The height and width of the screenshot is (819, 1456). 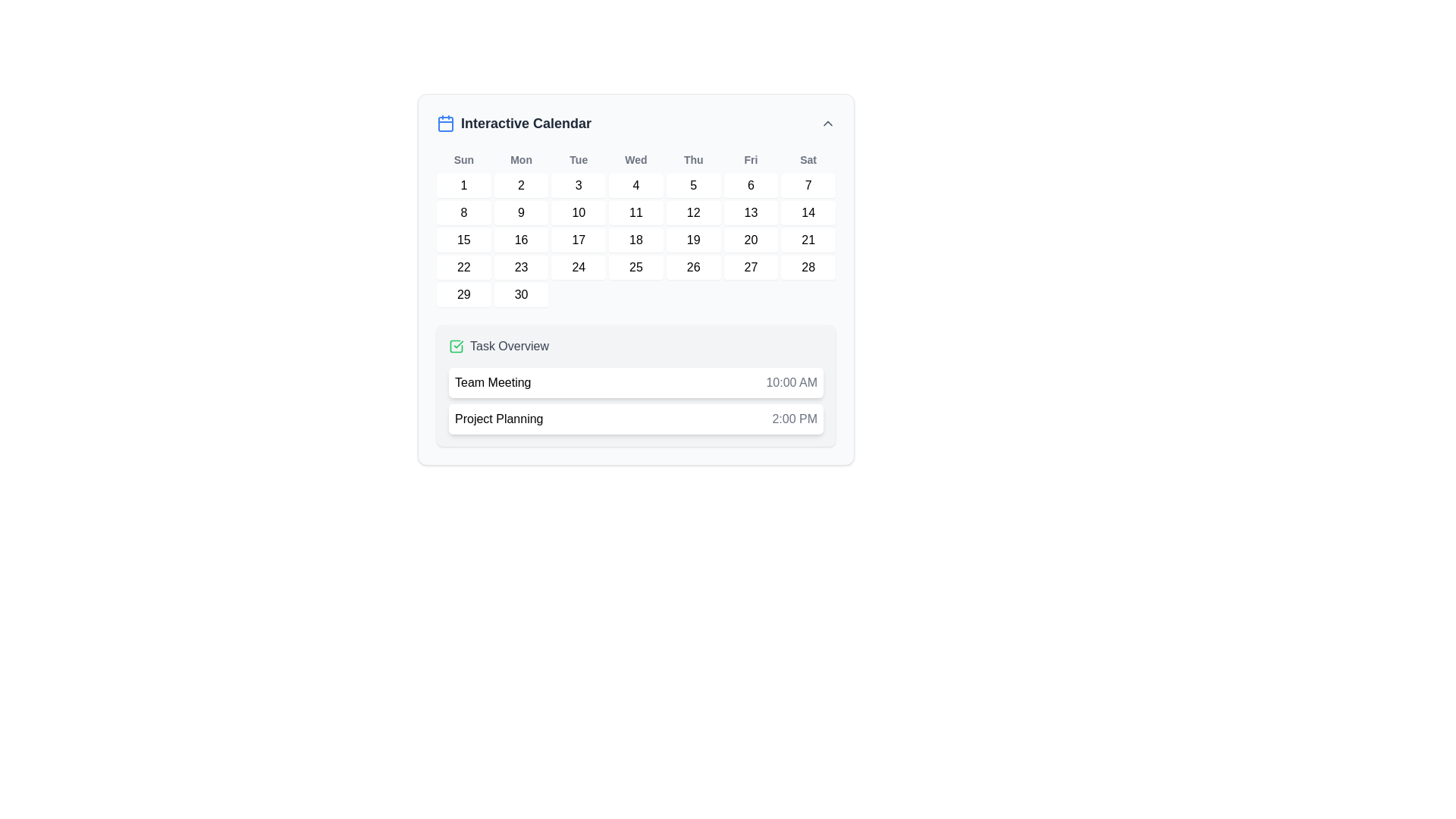 I want to click on the Interactive calendar day button displaying '17', so click(x=578, y=239).